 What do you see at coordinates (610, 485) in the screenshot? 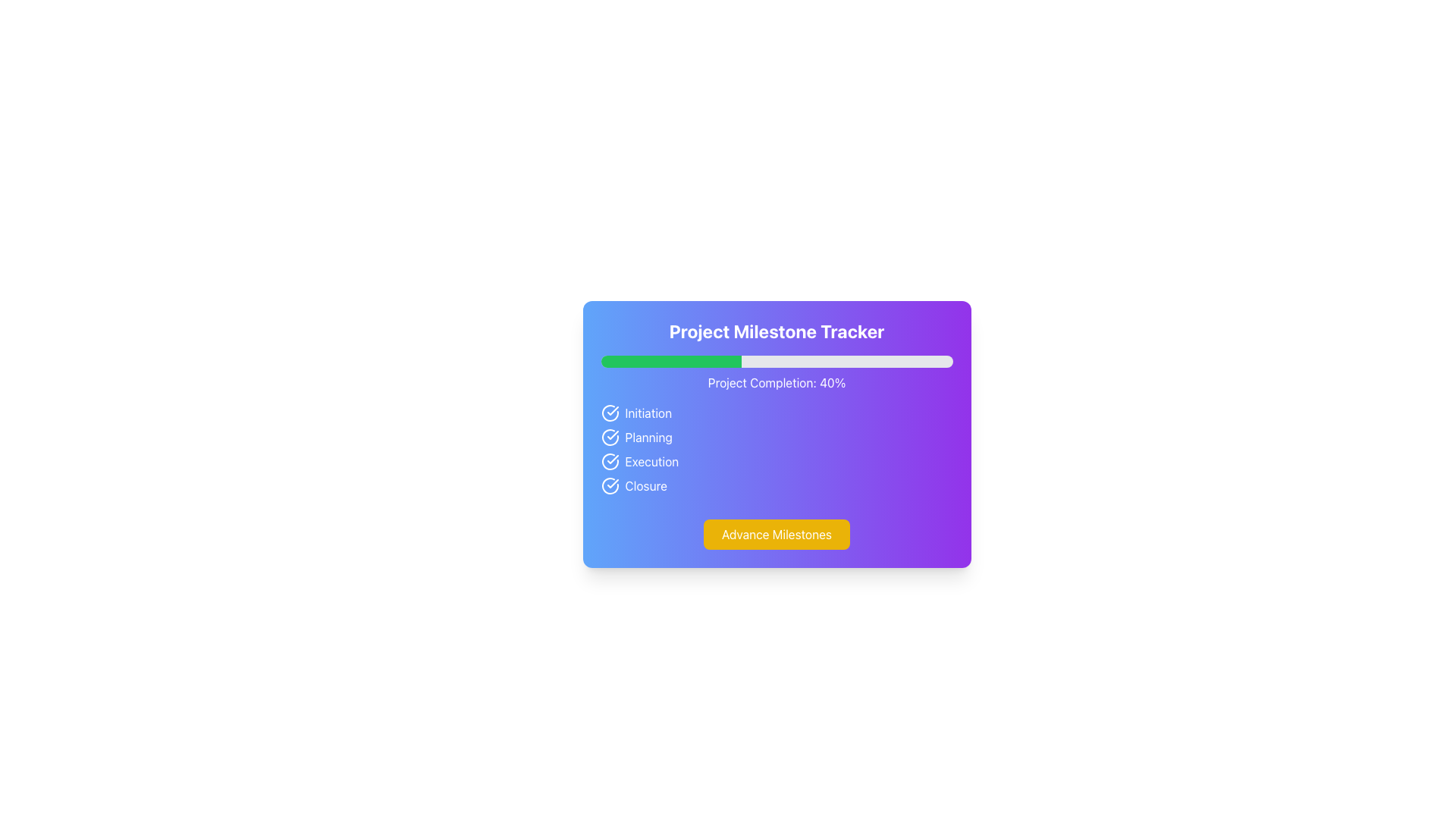
I see `the completion status of the milestone represented by the checkmark icon in the fourth position of the milestone list, indicating the 'Closure' milestone has been reached` at bounding box center [610, 485].